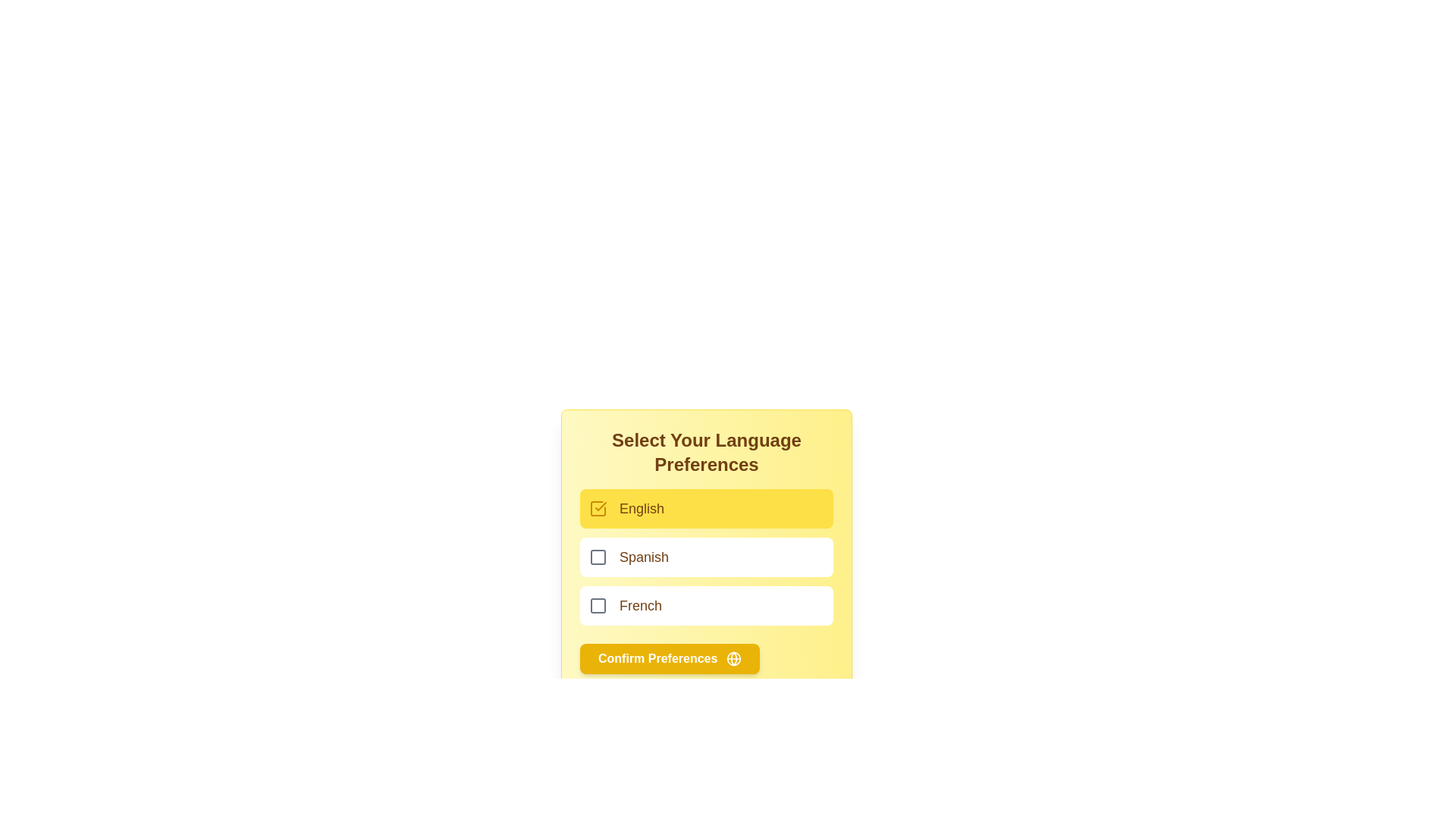 This screenshot has width=1456, height=819. I want to click on the checkbox option for selecting the Spanish language in the 'Select Your Language Preferences' panel, so click(705, 557).